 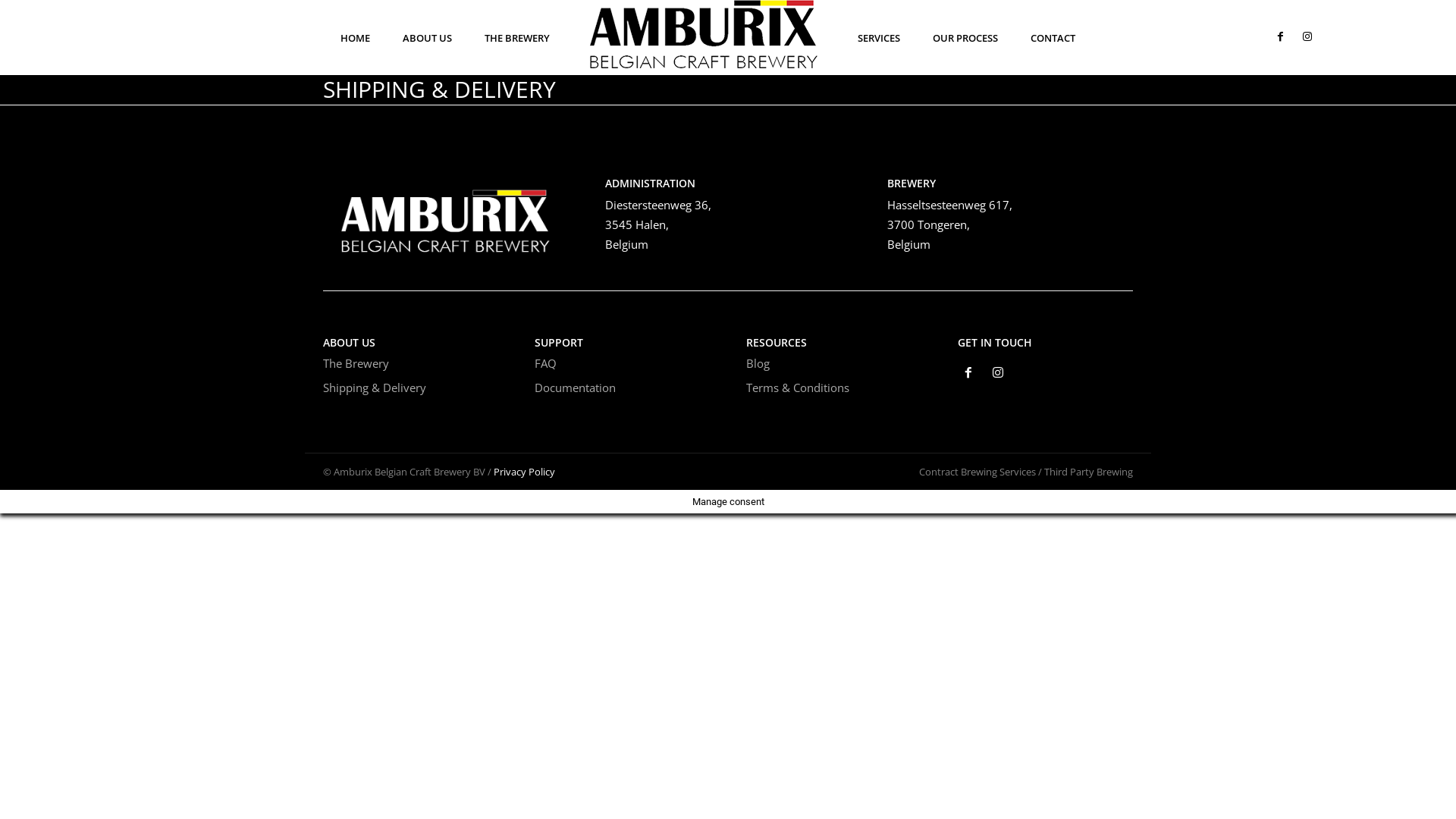 I want to click on 'FAQ', so click(x=545, y=362).